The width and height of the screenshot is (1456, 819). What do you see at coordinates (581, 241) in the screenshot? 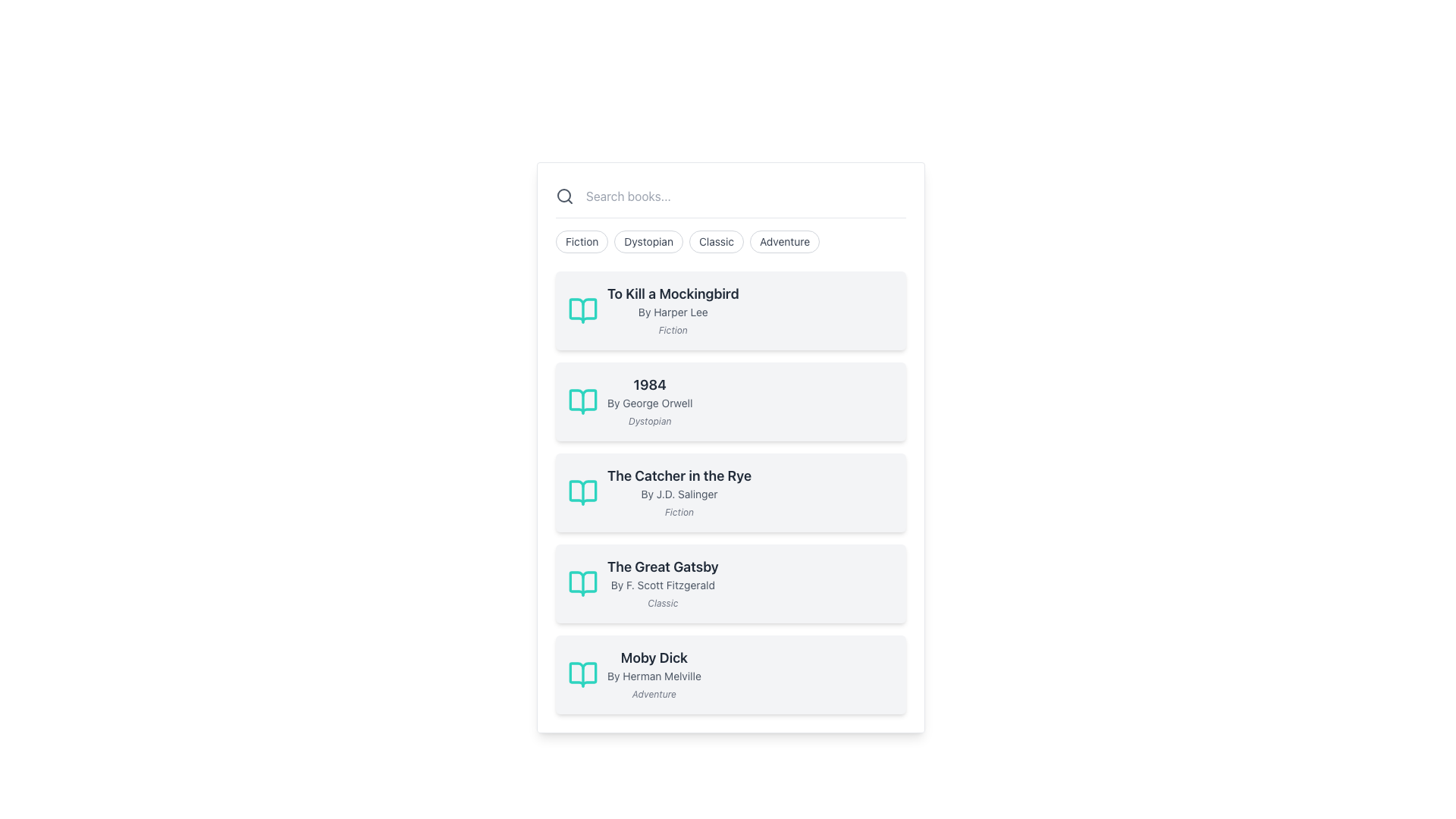
I see `the 'Fiction' button, which is a rounded rectangular button with dark gray text on a white background, located at the top-middle of the interface` at bounding box center [581, 241].